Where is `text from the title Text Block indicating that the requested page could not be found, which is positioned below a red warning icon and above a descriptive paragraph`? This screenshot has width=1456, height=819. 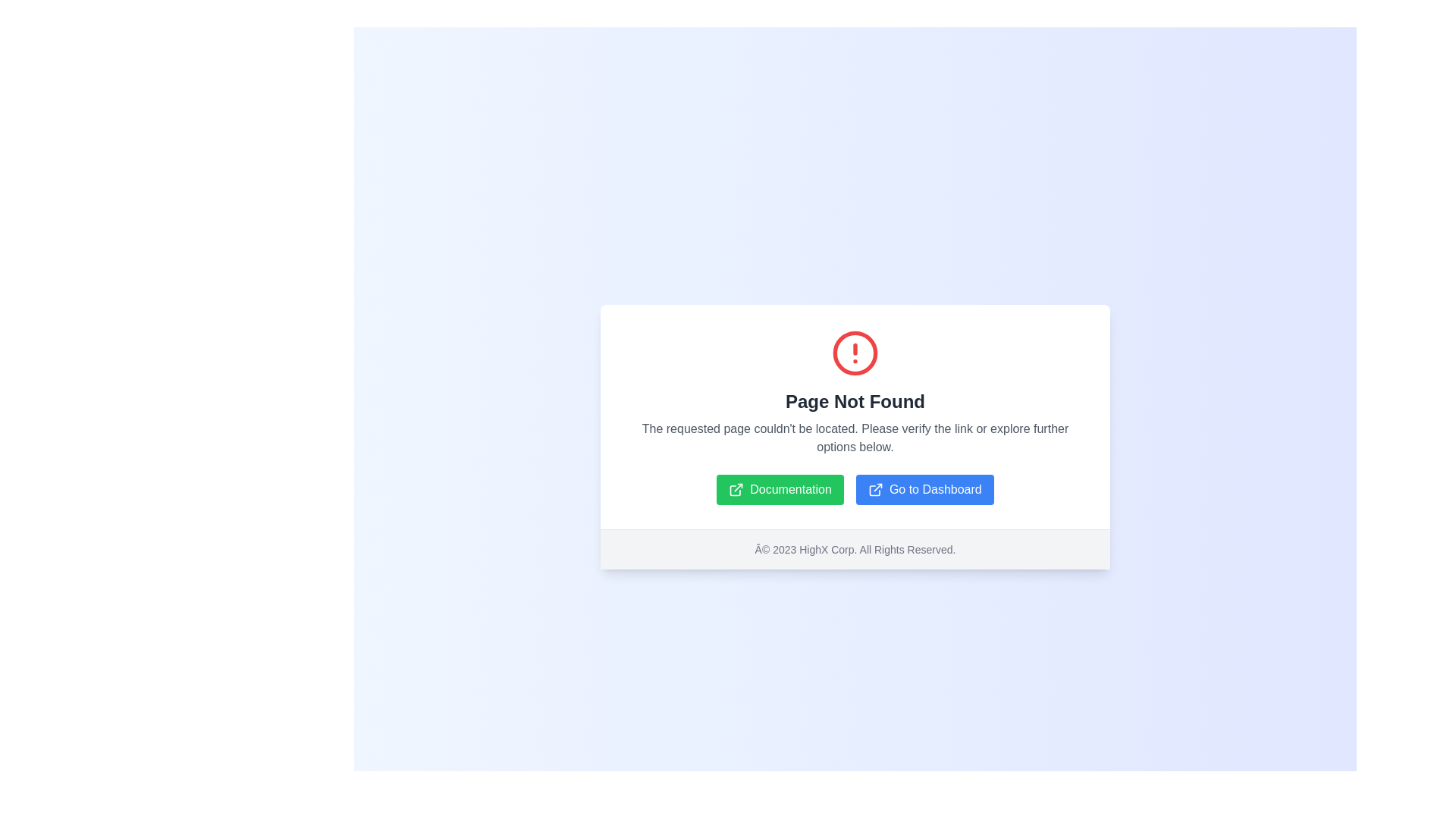
text from the title Text Block indicating that the requested page could not be found, which is positioned below a red warning icon and above a descriptive paragraph is located at coordinates (855, 400).